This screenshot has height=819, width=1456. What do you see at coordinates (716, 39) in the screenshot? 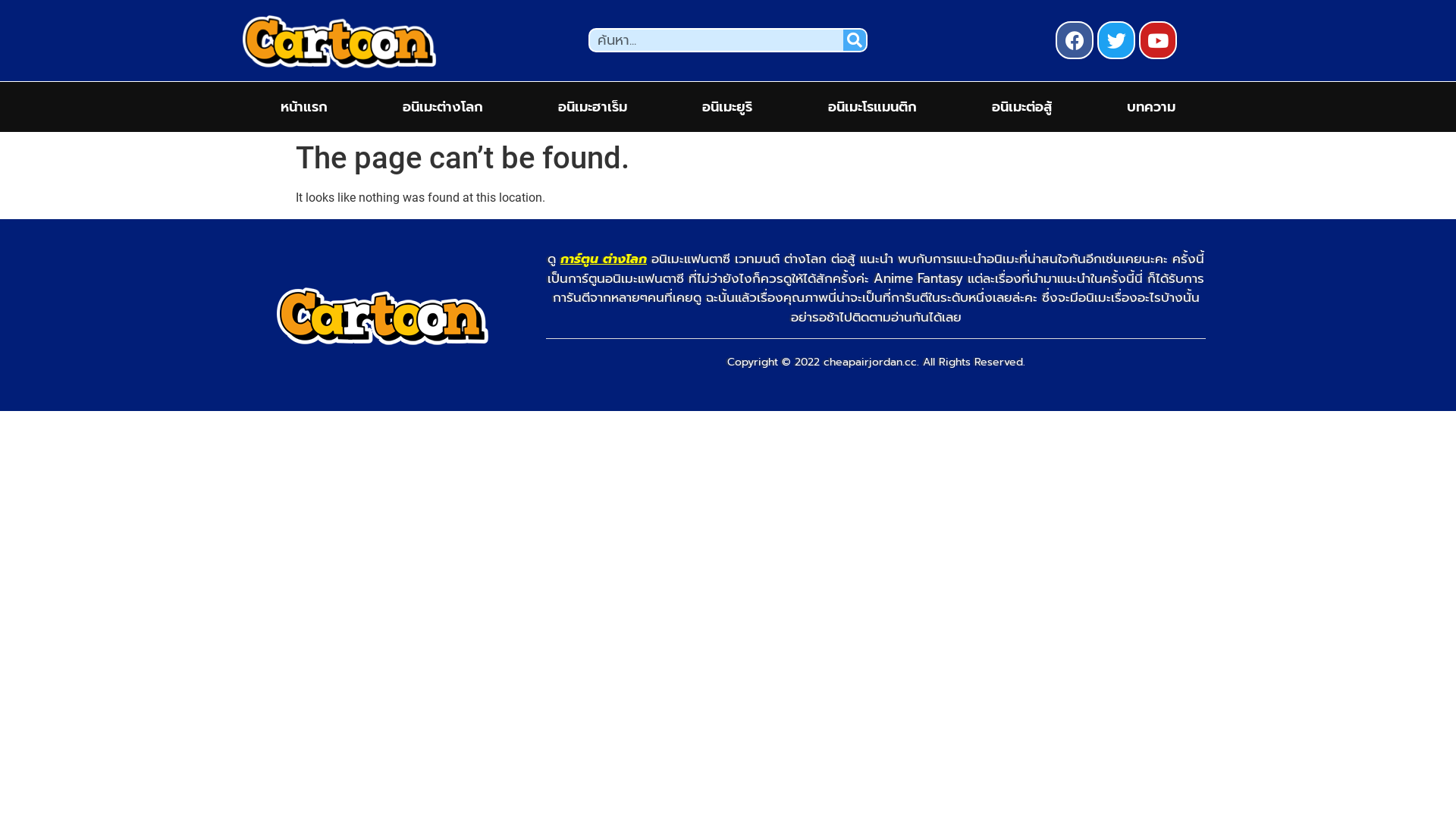
I see `'Search'` at bounding box center [716, 39].